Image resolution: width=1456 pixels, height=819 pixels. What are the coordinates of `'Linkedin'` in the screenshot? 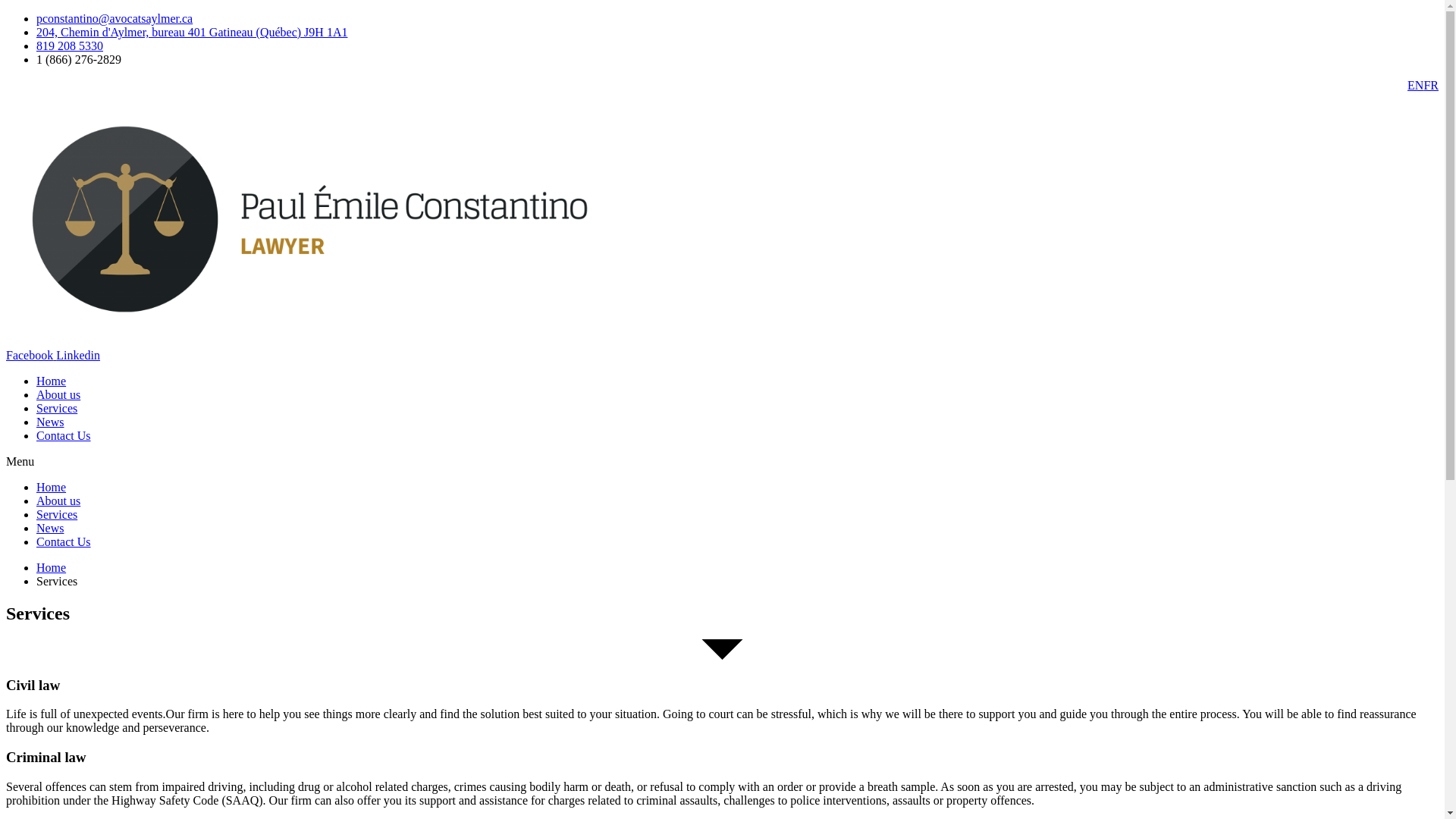 It's located at (77, 355).